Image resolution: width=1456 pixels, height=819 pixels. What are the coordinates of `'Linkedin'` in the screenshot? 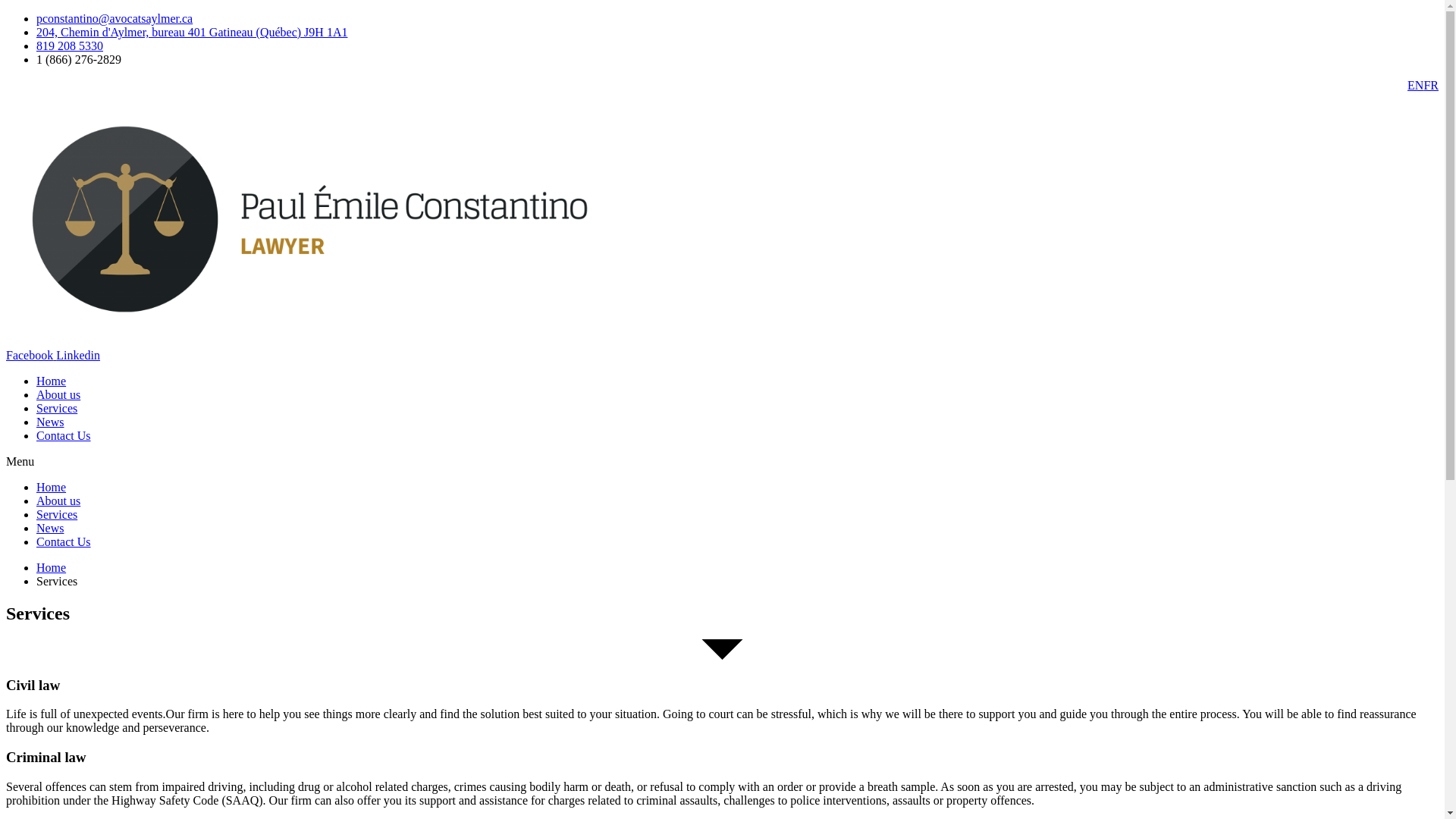 It's located at (77, 355).